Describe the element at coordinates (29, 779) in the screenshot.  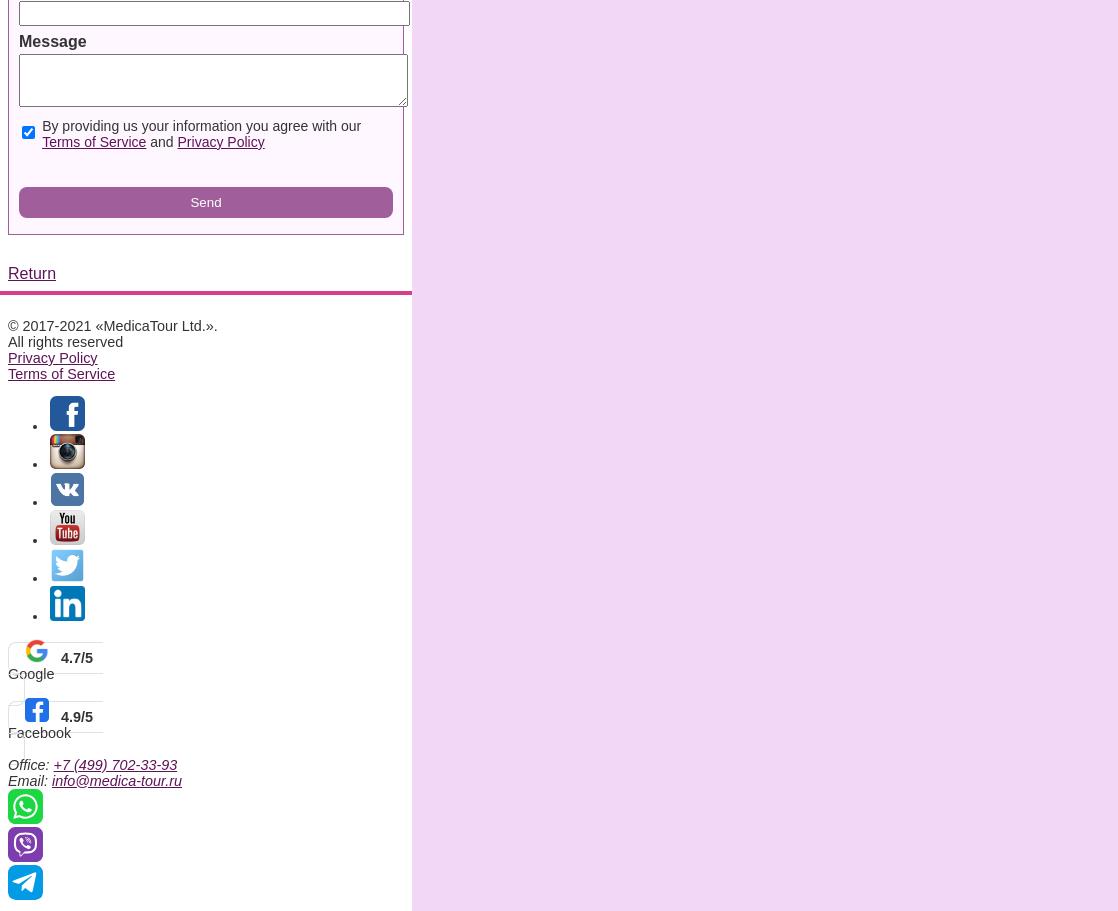
I see `'Email:'` at that location.